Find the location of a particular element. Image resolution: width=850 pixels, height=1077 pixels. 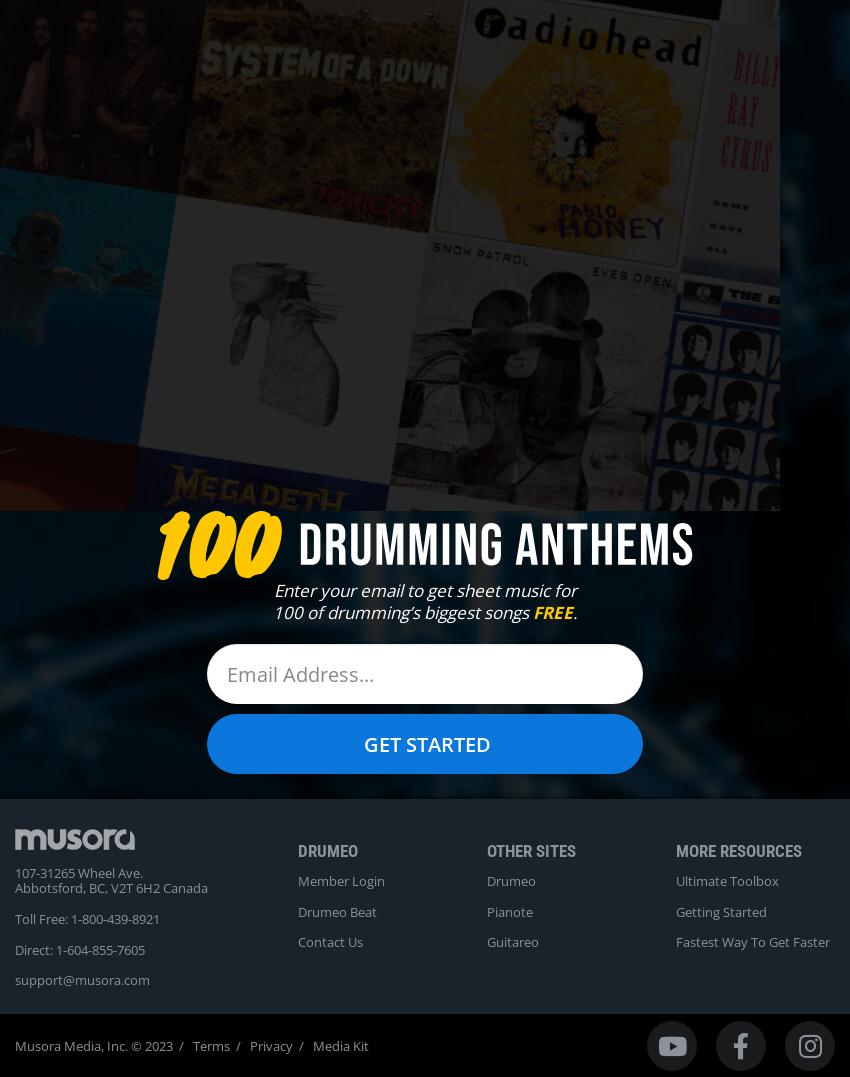

'Pianote' is located at coordinates (510, 911).